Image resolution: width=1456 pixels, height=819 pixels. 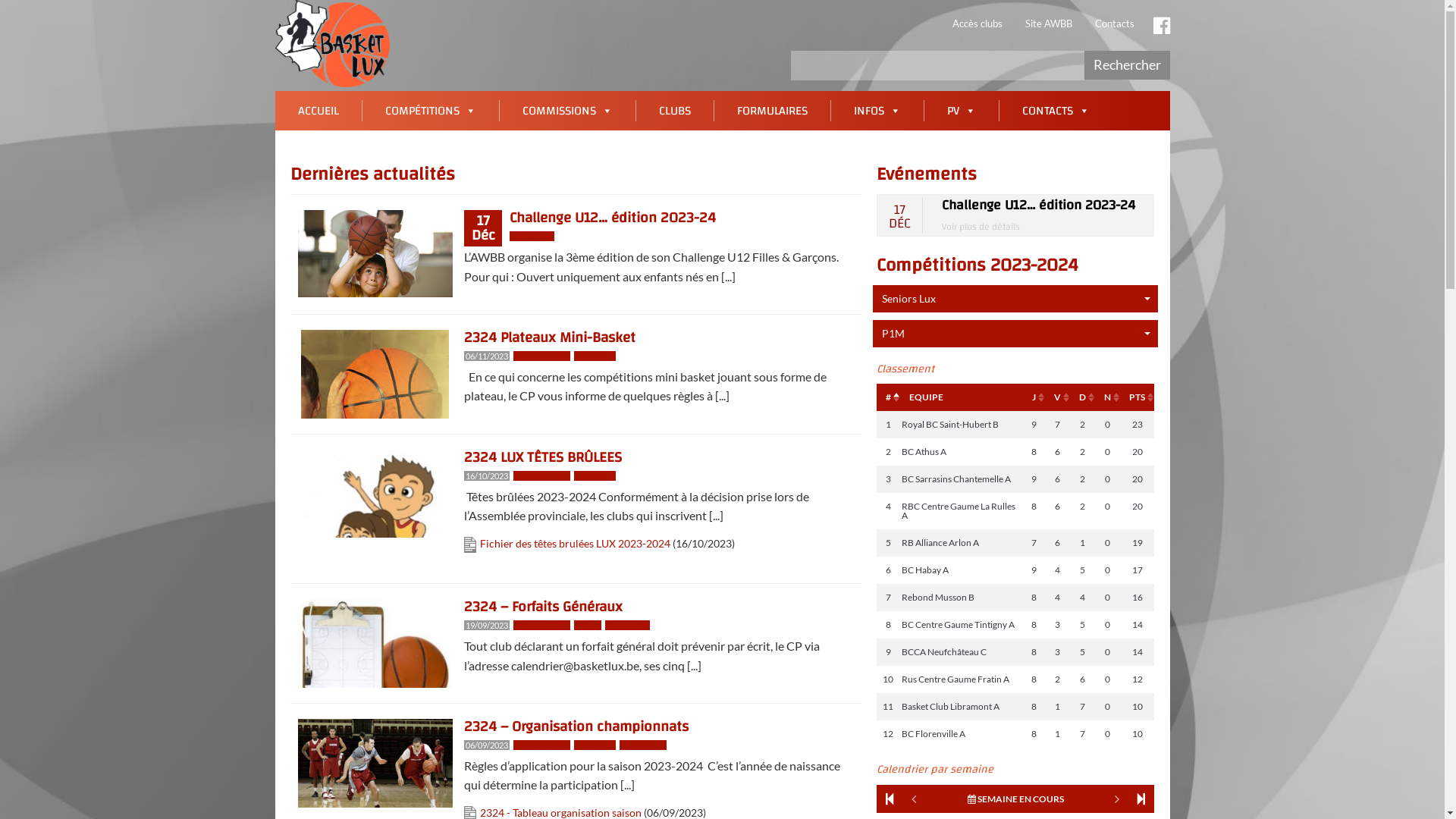 What do you see at coordinates (1127, 64) in the screenshot?
I see `'Rechercher'` at bounding box center [1127, 64].